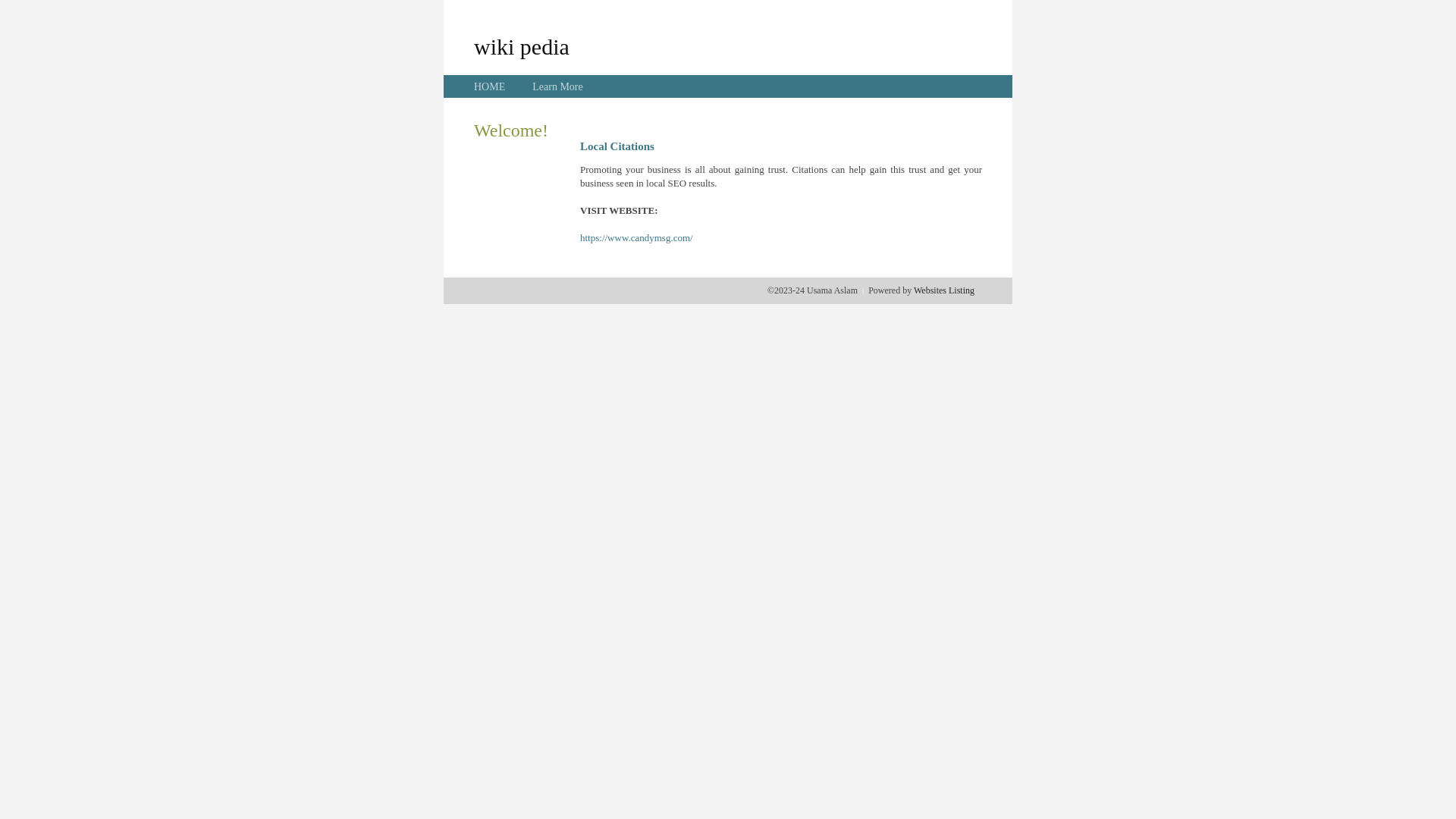 Image resolution: width=1456 pixels, height=819 pixels. I want to click on 'https://www.candymsg.com/', so click(636, 237).